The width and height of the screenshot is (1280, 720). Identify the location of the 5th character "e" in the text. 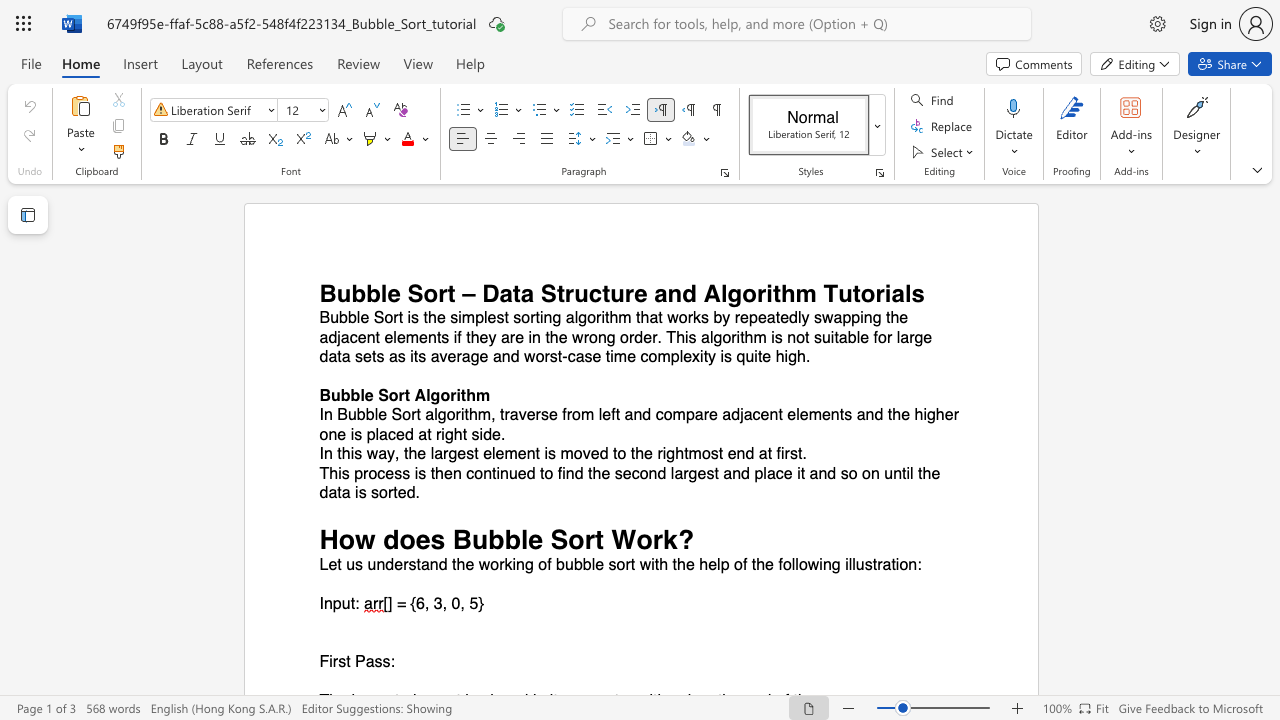
(626, 473).